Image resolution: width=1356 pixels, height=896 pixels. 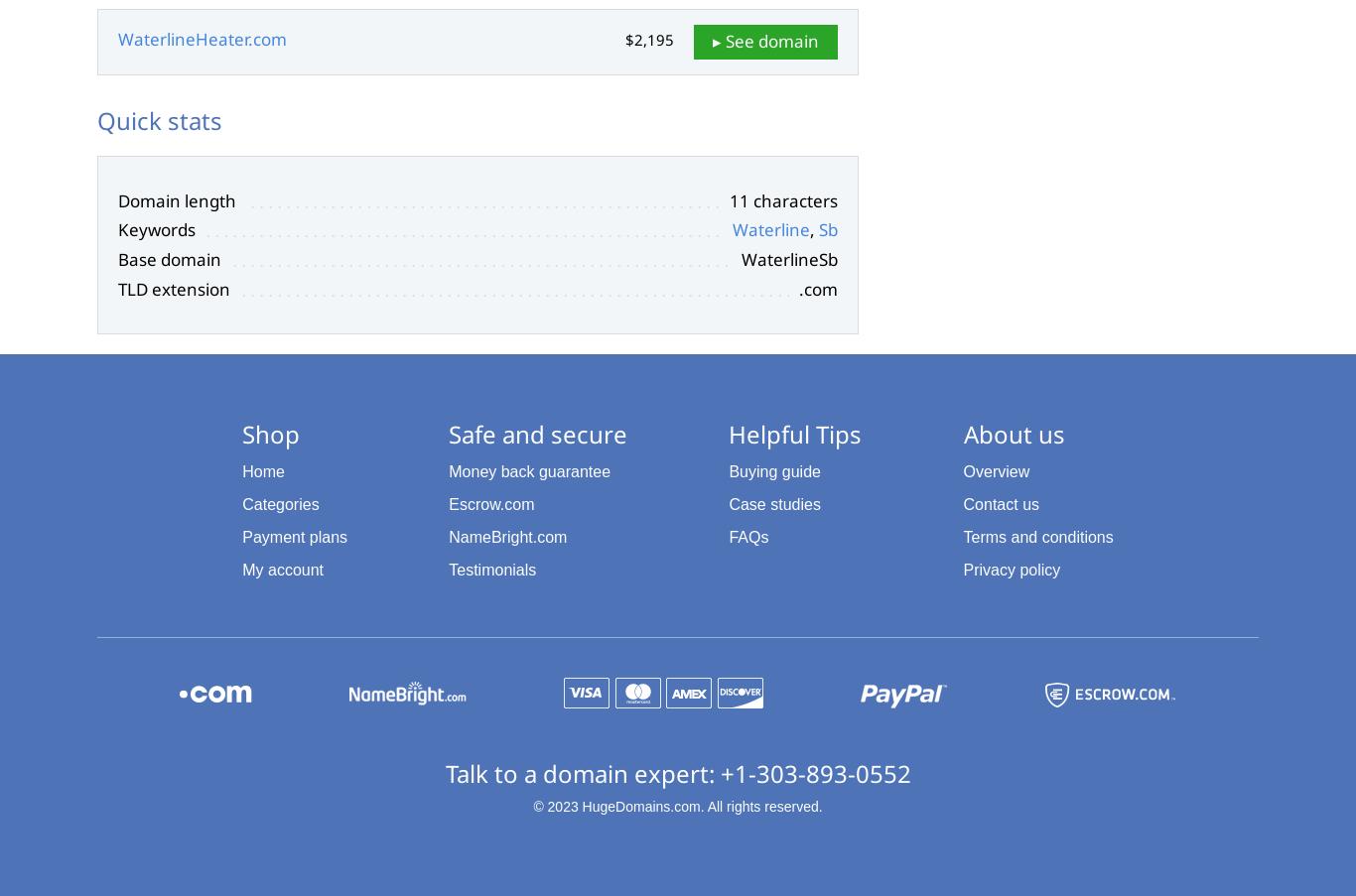 What do you see at coordinates (116, 199) in the screenshot?
I see `'Domain length'` at bounding box center [116, 199].